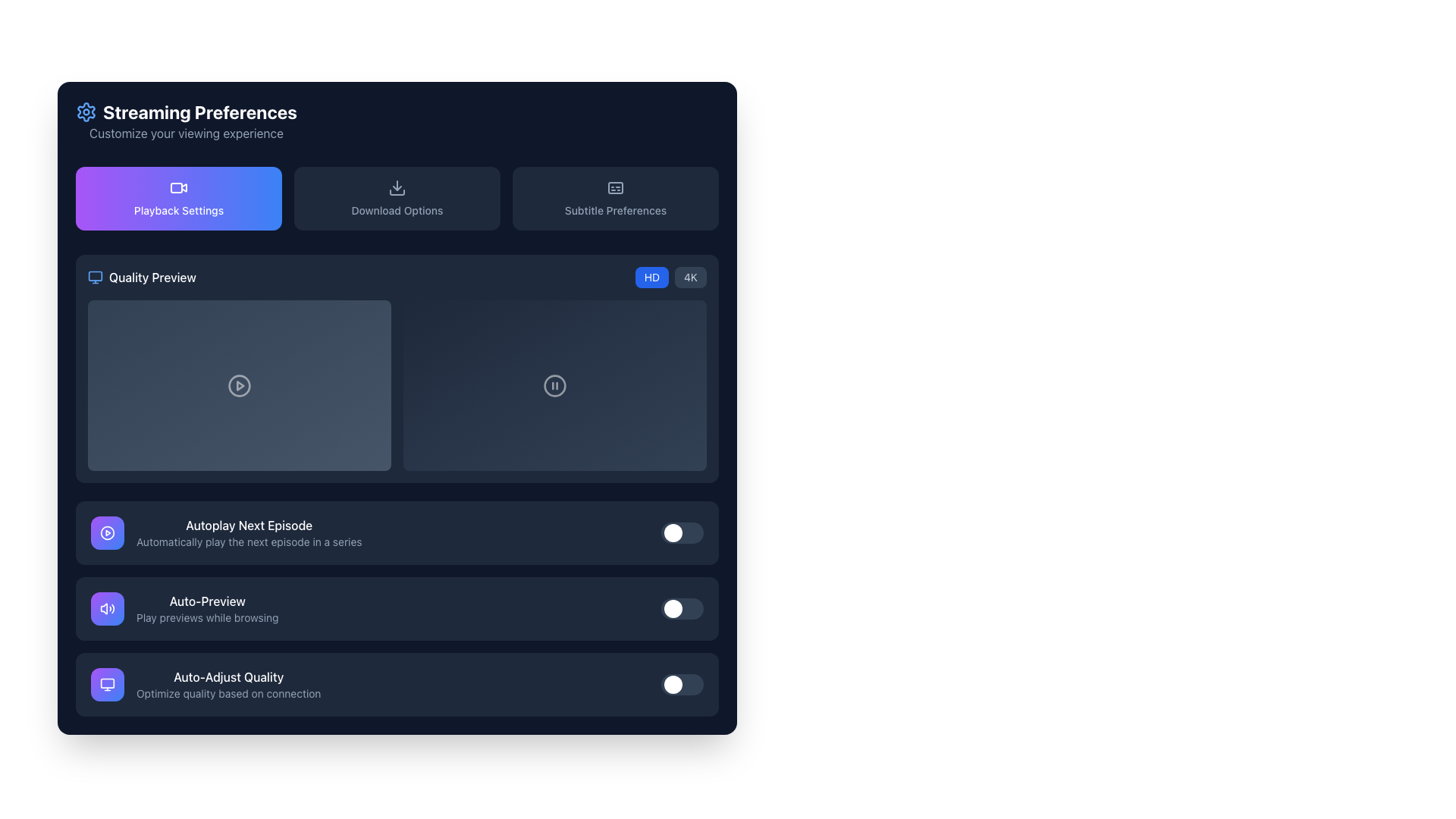 This screenshot has width=1456, height=819. What do you see at coordinates (690, 278) in the screenshot?
I see `the button in the top-right section of the 'Quality Preview' area` at bounding box center [690, 278].